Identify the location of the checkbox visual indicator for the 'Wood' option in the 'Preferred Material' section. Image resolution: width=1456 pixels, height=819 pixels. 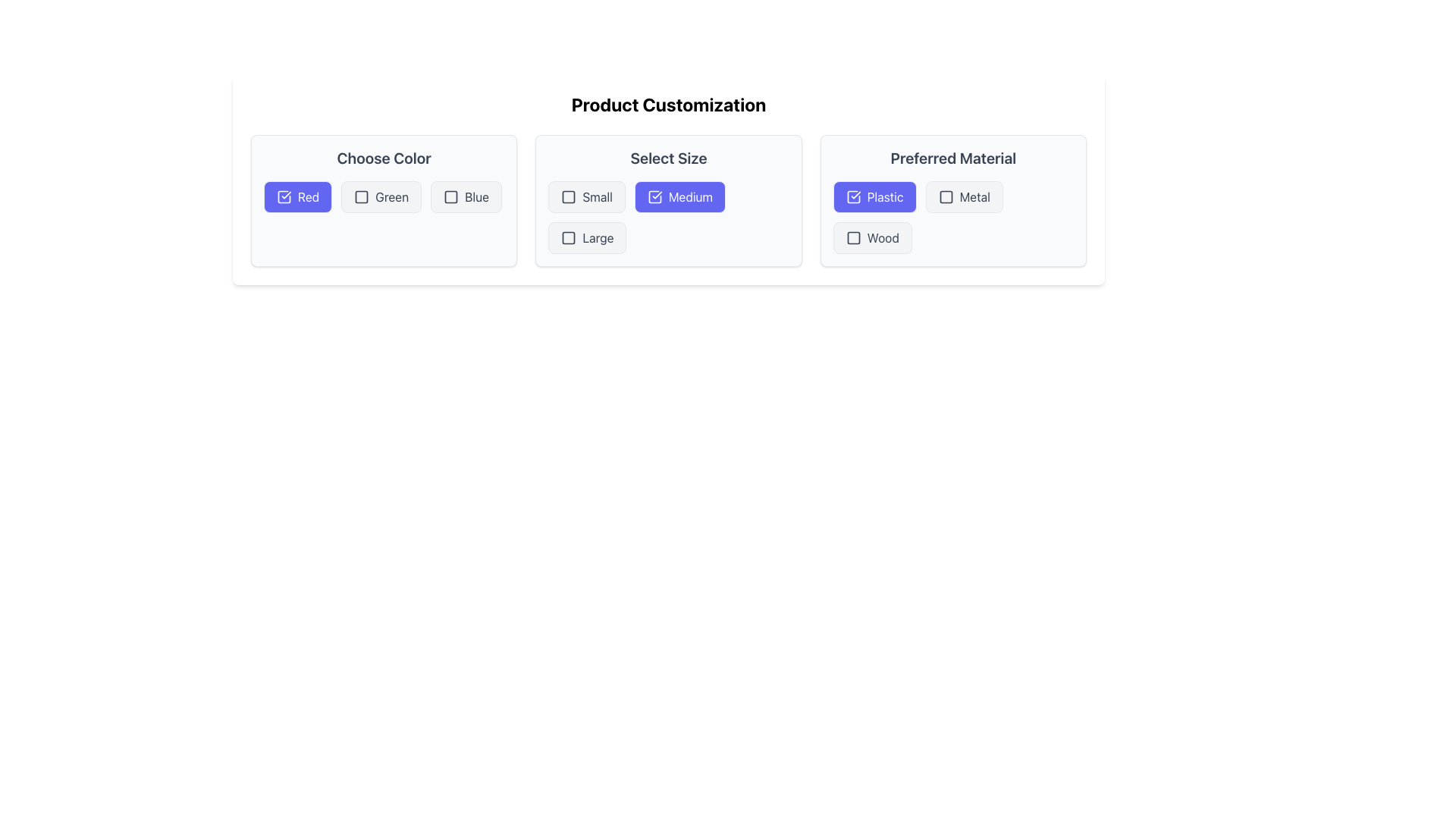
(853, 237).